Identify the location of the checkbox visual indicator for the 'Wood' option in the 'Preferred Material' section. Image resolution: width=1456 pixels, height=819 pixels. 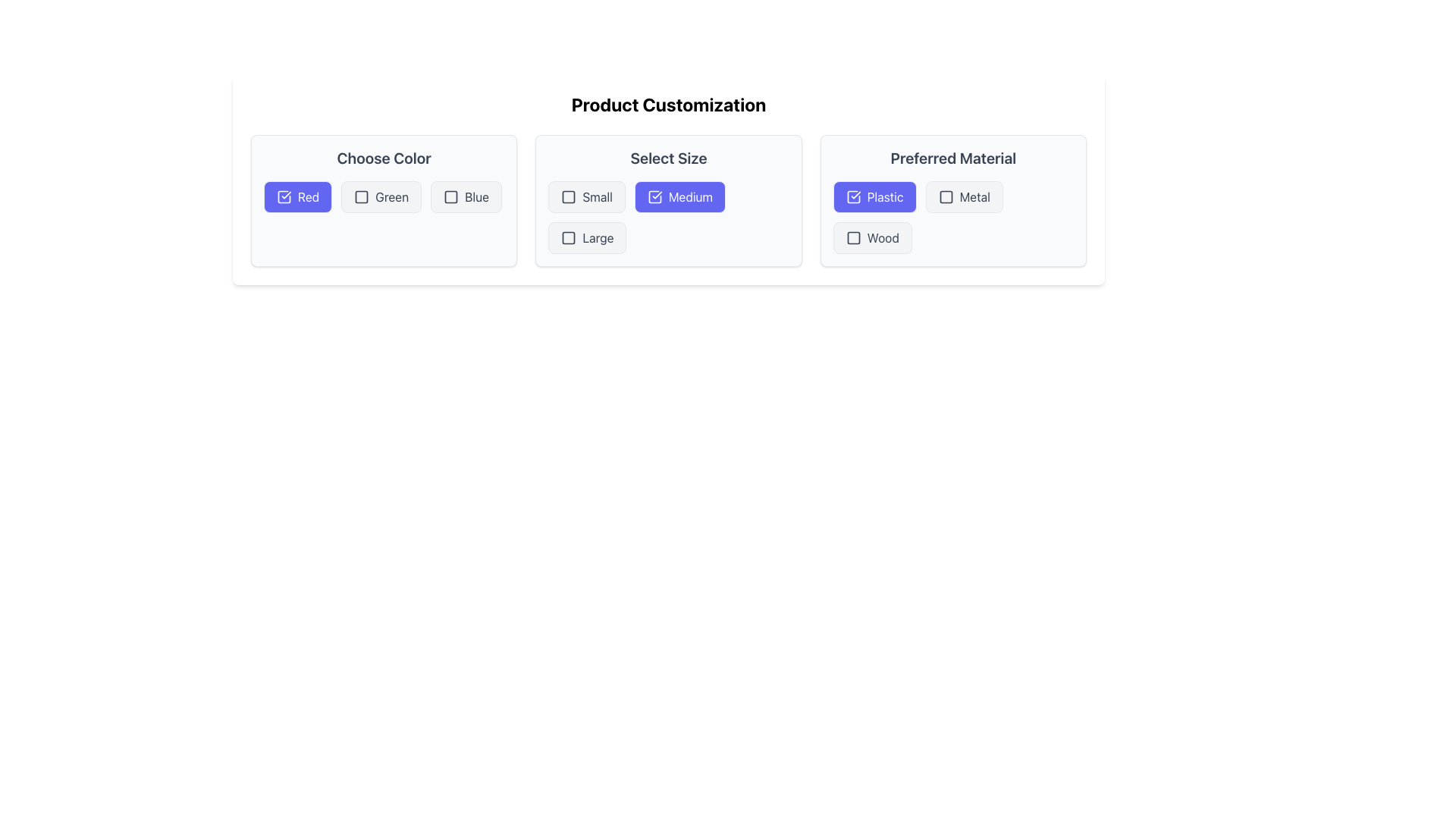
(853, 237).